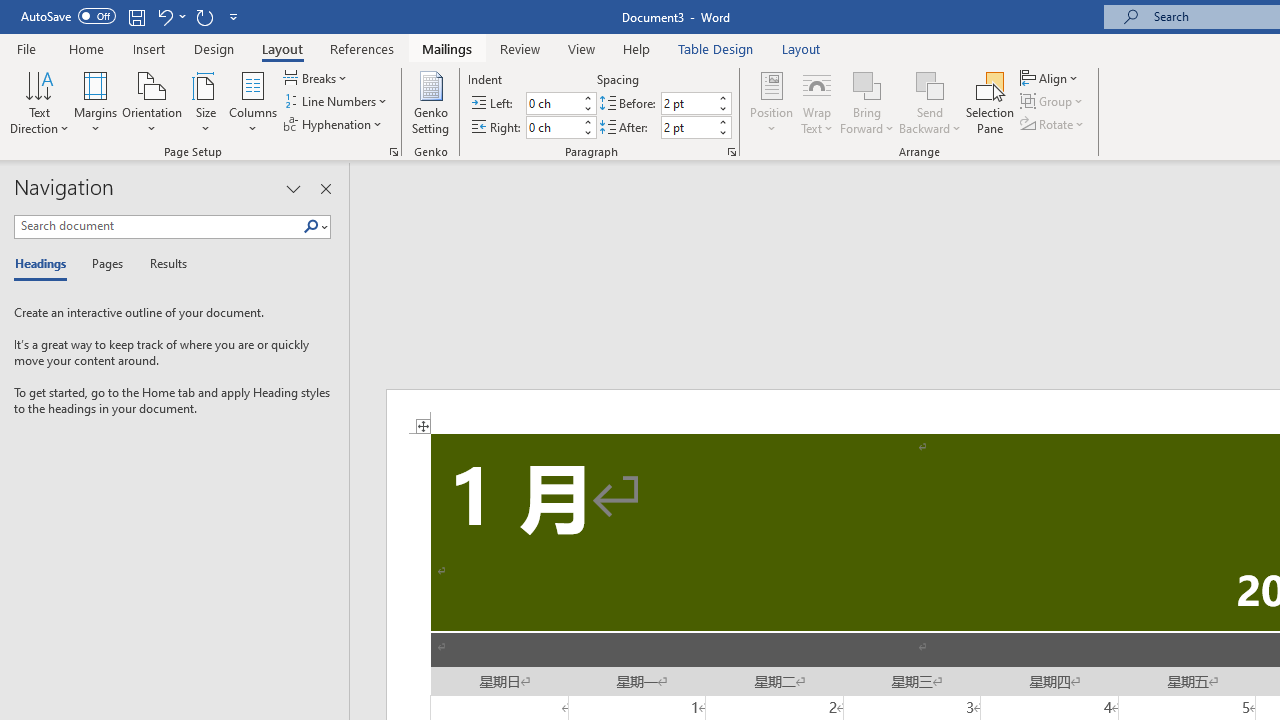  What do you see at coordinates (310, 226) in the screenshot?
I see `'Search'` at bounding box center [310, 226].